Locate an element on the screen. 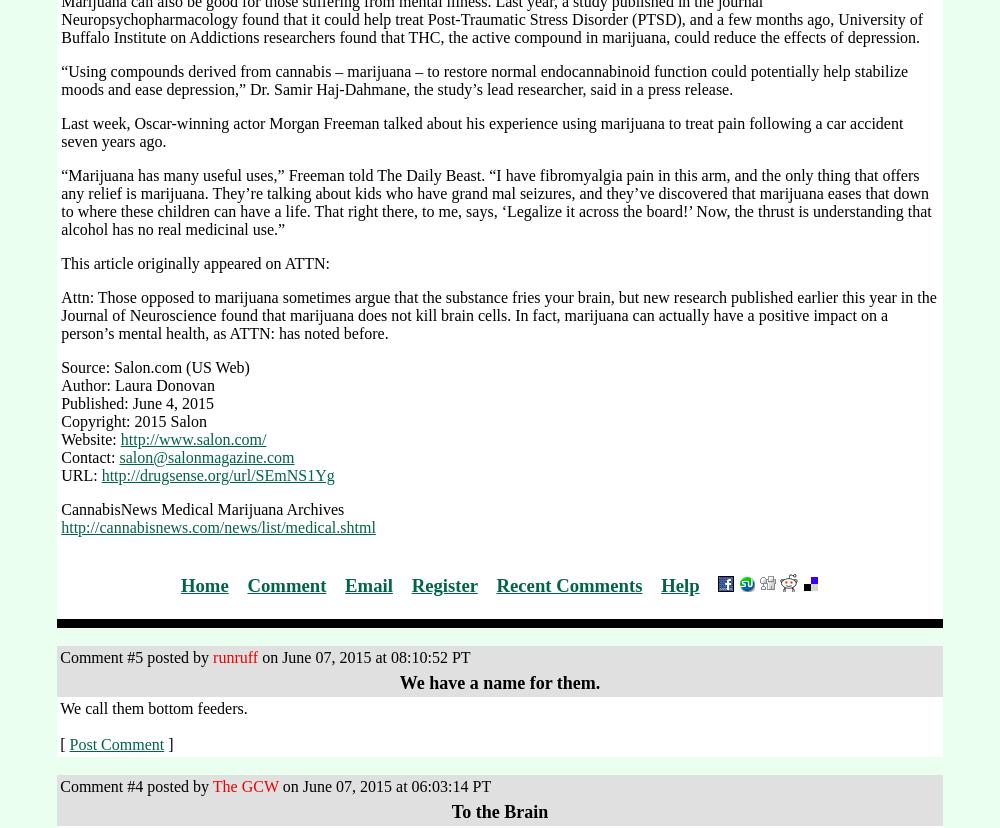  'Author: Laura Donovan' is located at coordinates (137, 384).